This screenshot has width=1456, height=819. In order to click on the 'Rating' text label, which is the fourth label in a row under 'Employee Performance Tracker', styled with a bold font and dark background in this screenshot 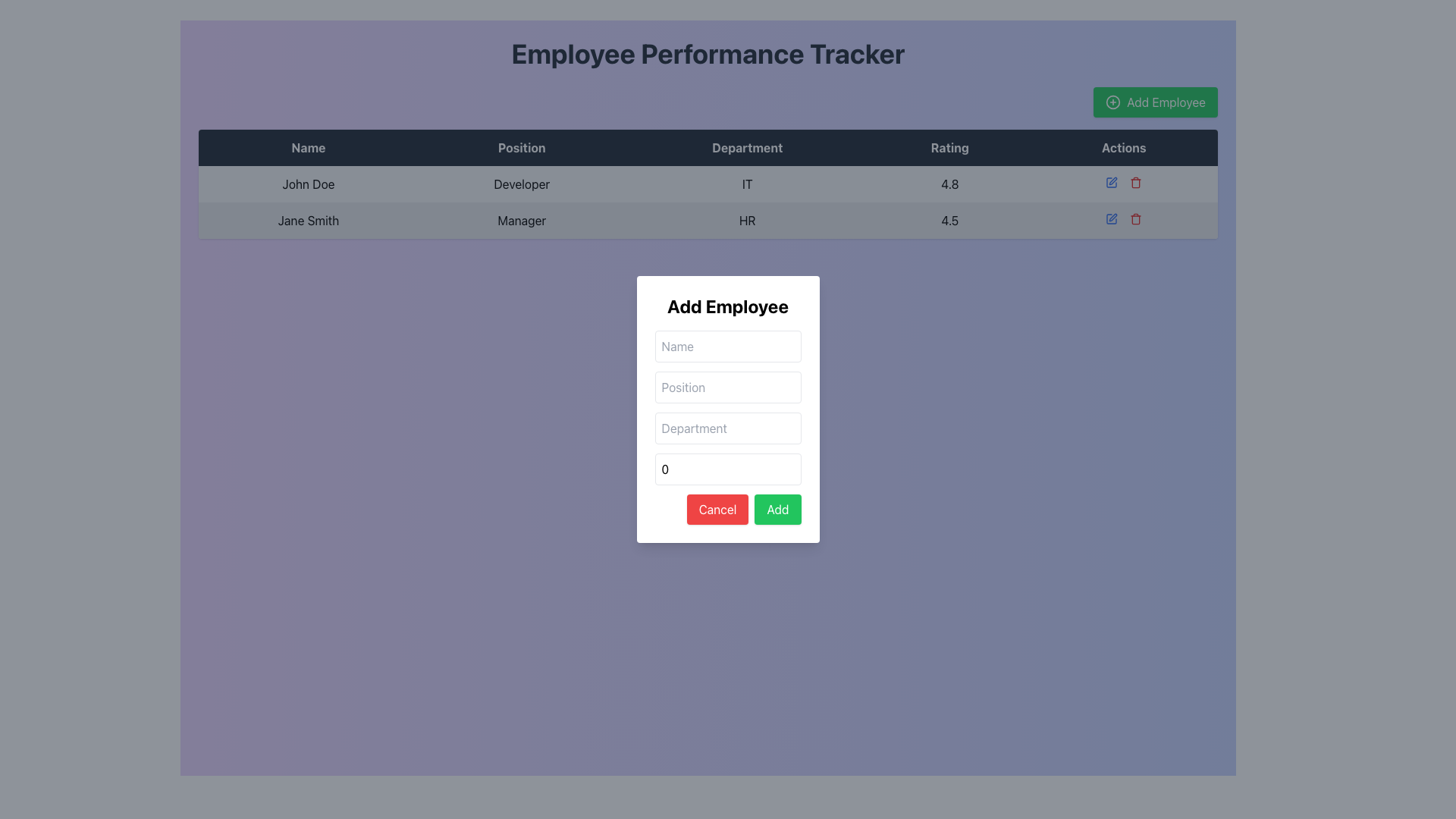, I will do `click(949, 148)`.